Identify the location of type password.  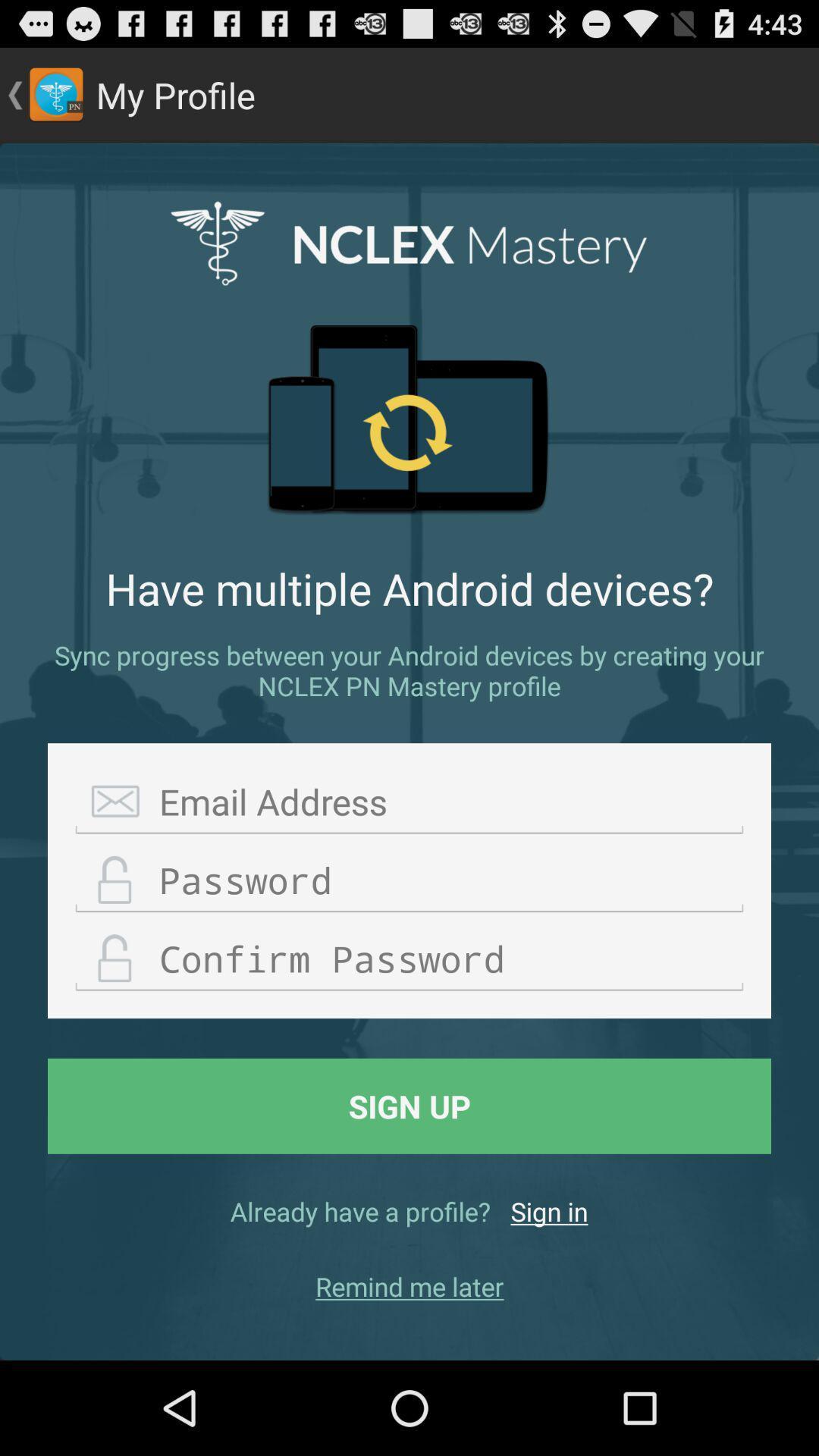
(409, 880).